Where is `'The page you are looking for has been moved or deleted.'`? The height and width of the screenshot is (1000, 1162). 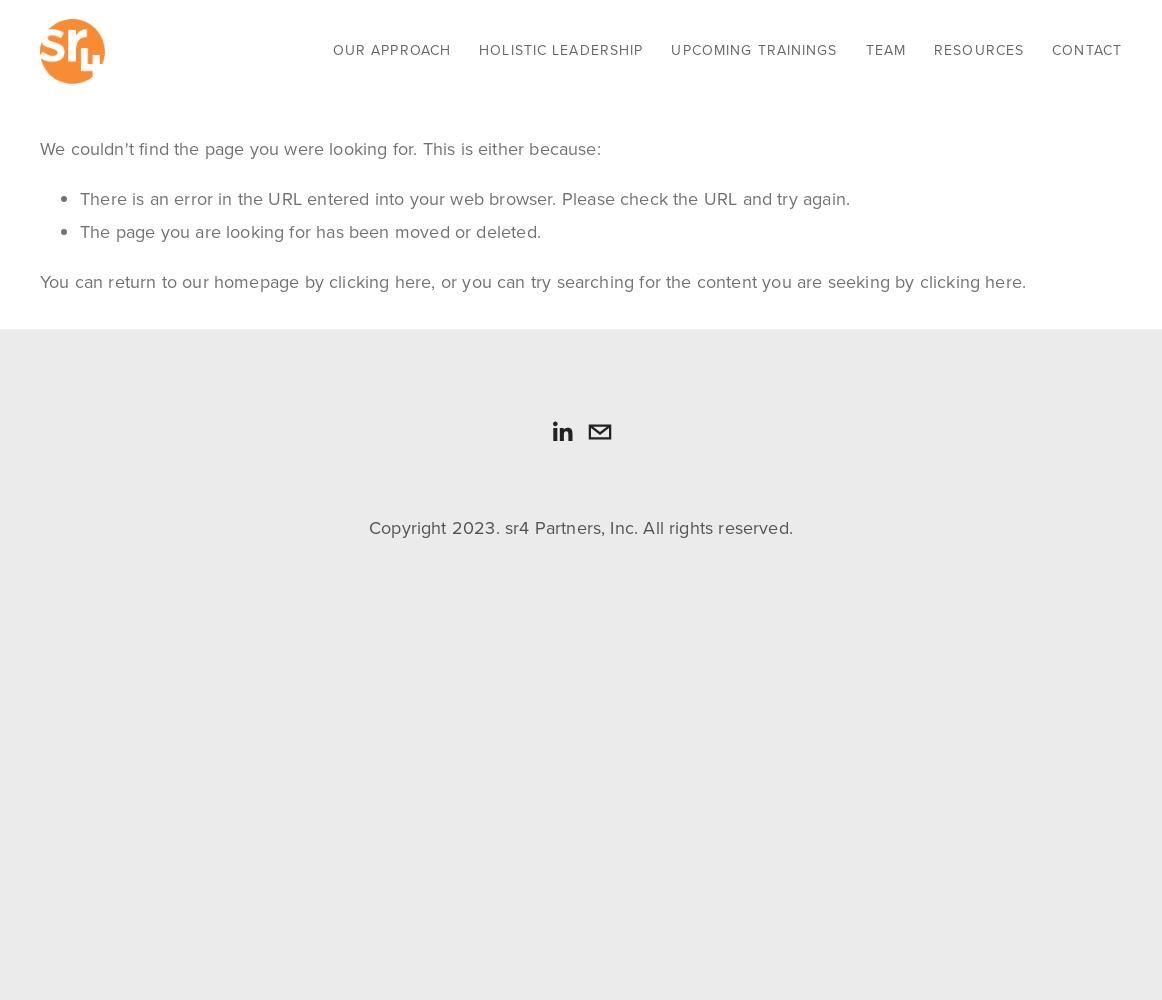 'The page you are looking for has been moved or deleted.' is located at coordinates (78, 230).